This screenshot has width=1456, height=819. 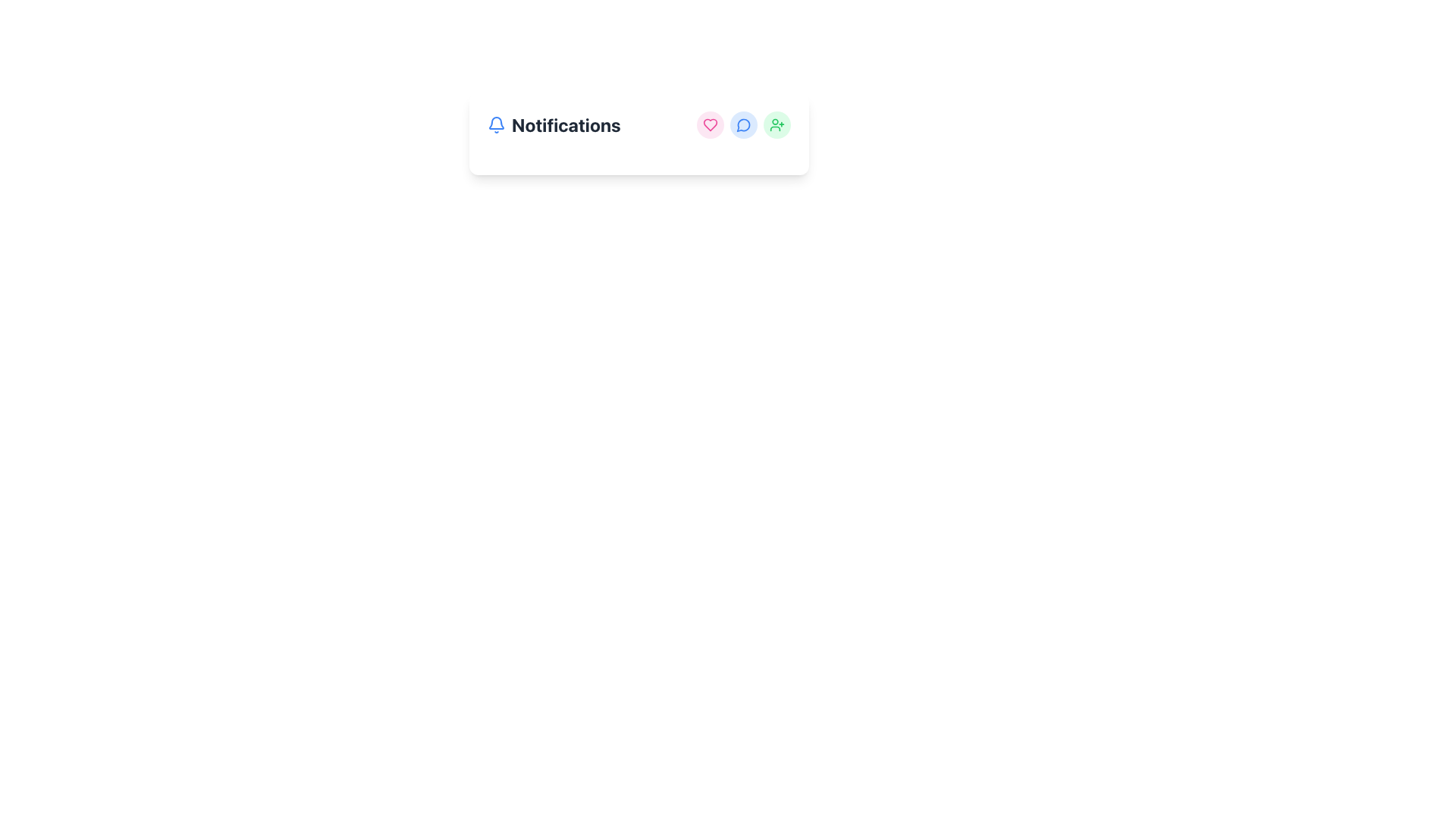 What do you see at coordinates (743, 124) in the screenshot?
I see `the circular speech bubble icon with a blue stroke design` at bounding box center [743, 124].